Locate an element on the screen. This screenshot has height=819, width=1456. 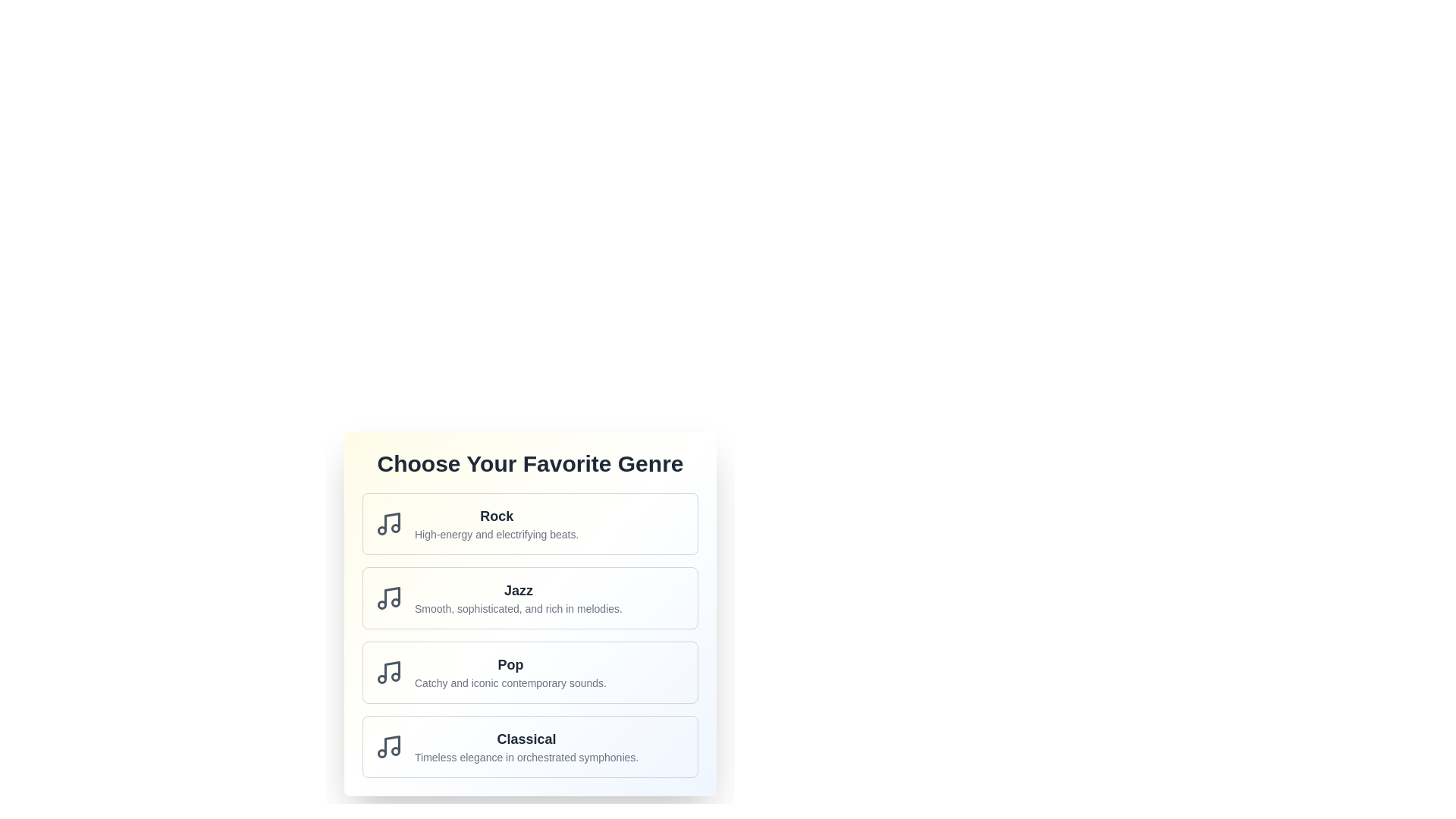
the 'Pop' genre selection box for keyboard navigation is located at coordinates (530, 672).